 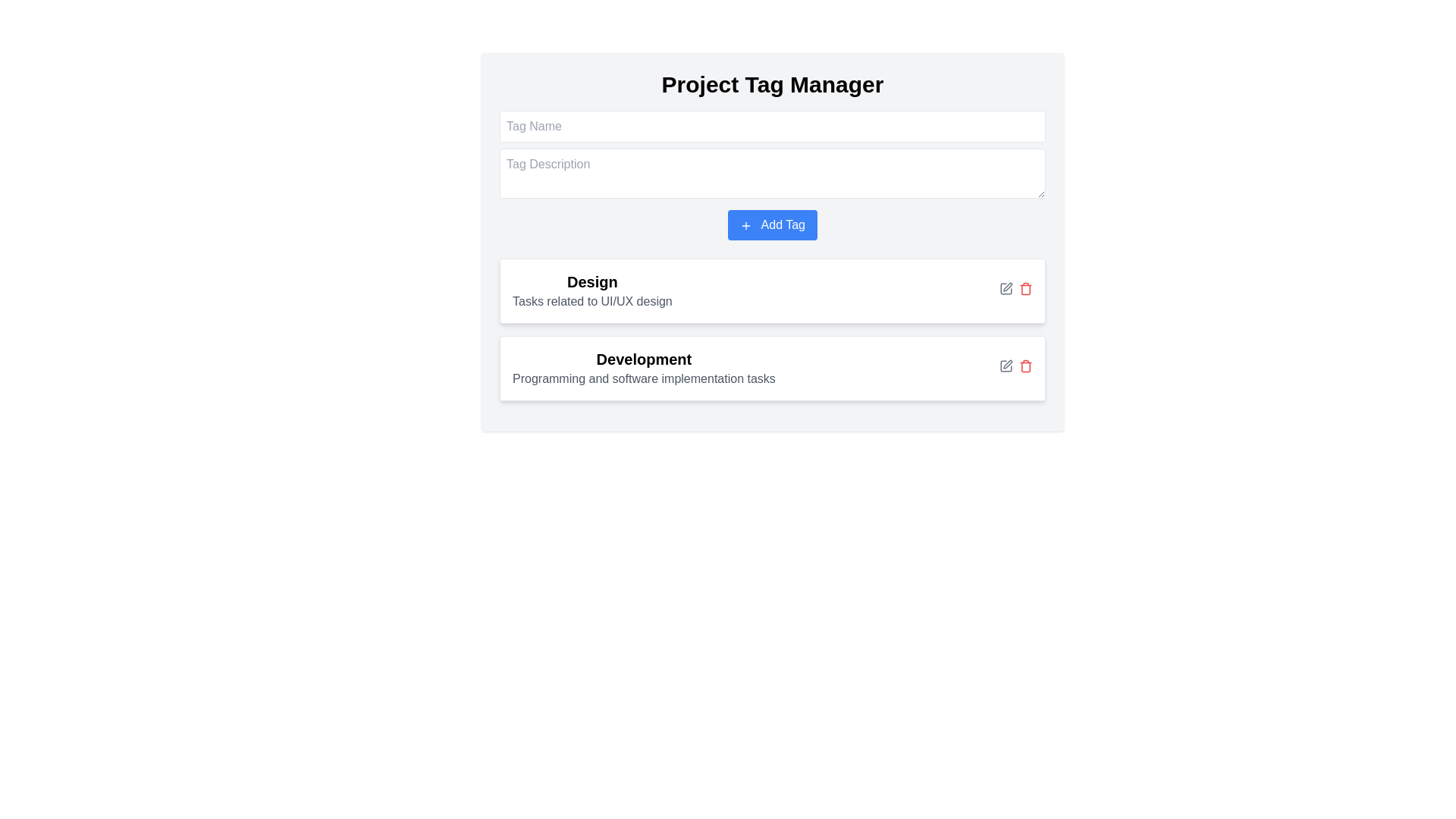 I want to click on the trash bin icon in the Interactive action group located at the rightmost side of the 'Development' section within the second card, so click(x=1015, y=369).